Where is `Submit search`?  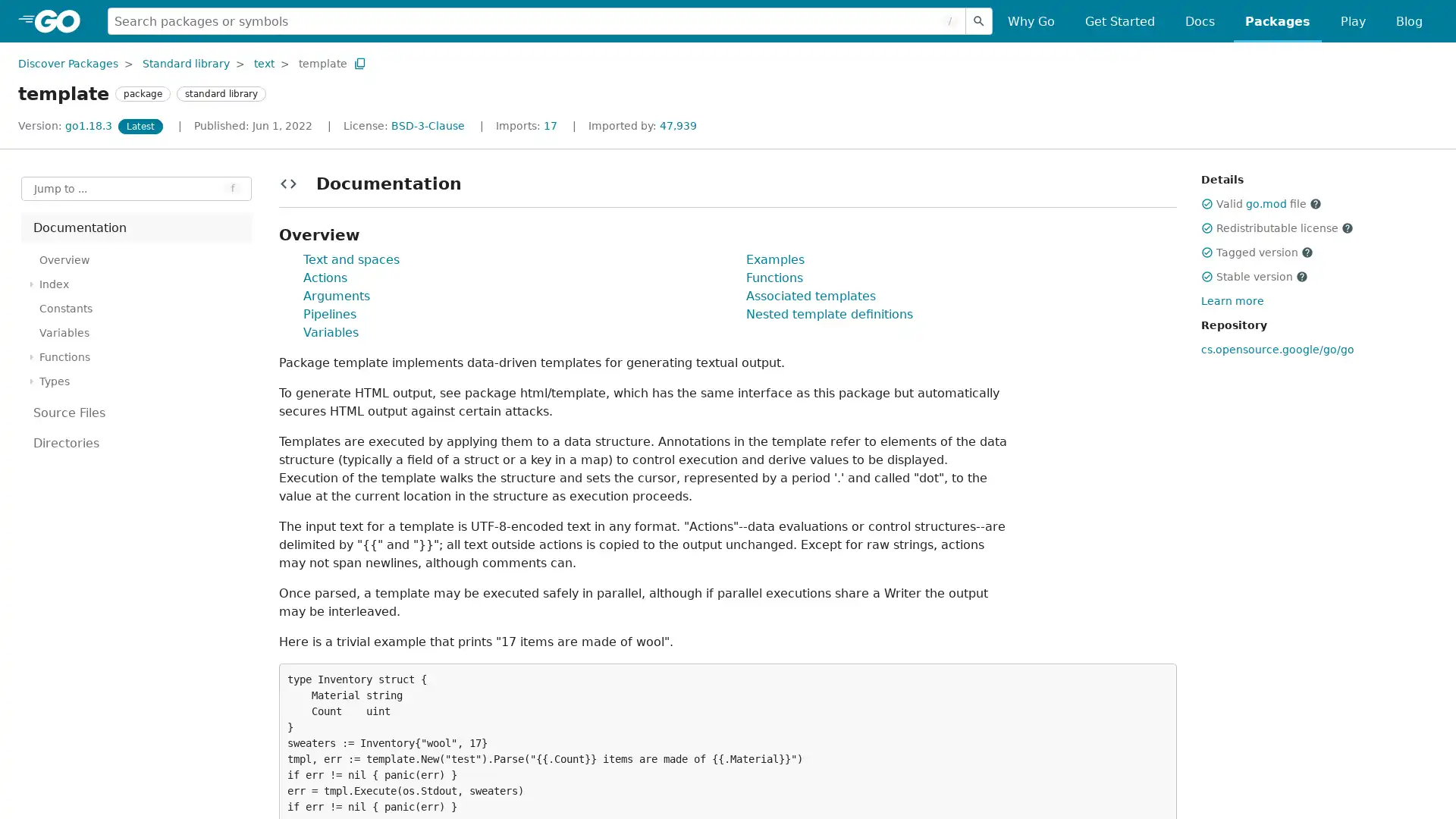
Submit search is located at coordinates (979, 20).